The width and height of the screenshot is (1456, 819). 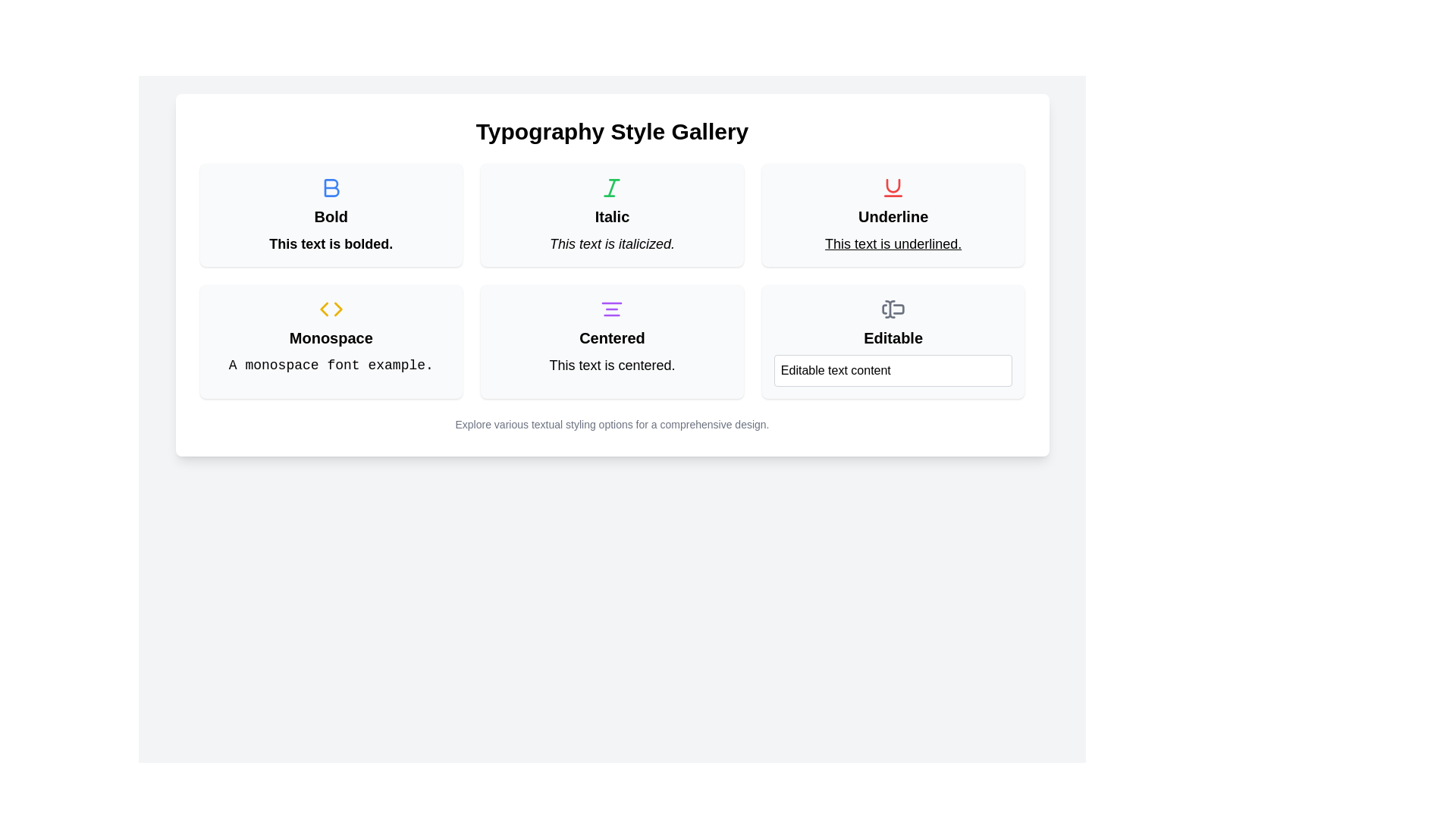 I want to click on the italicized text located at the bottom of the card labeled 'Italic', which features a green italic 'I' icon at the top, so click(x=612, y=243).